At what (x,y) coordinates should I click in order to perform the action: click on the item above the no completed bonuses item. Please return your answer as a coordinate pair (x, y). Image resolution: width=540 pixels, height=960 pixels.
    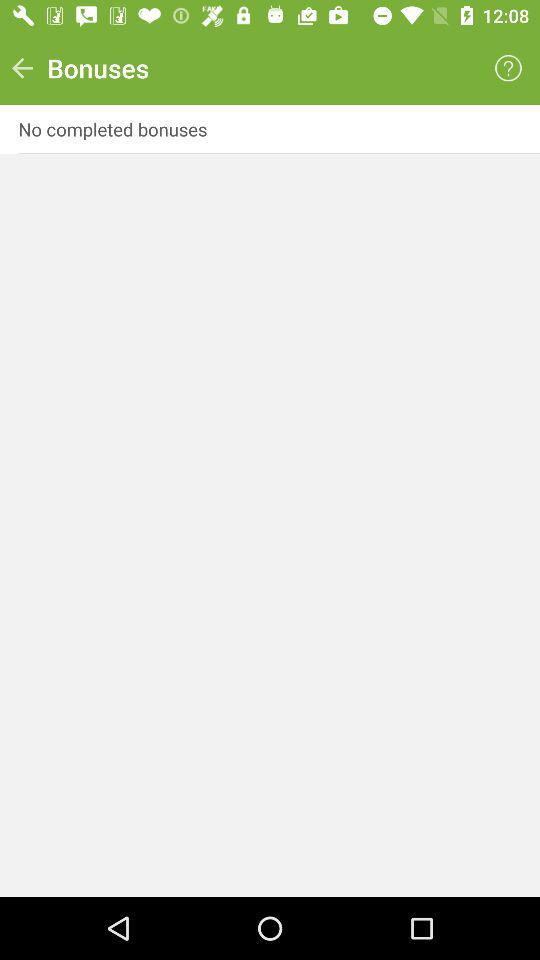
    Looking at the image, I should click on (508, 68).